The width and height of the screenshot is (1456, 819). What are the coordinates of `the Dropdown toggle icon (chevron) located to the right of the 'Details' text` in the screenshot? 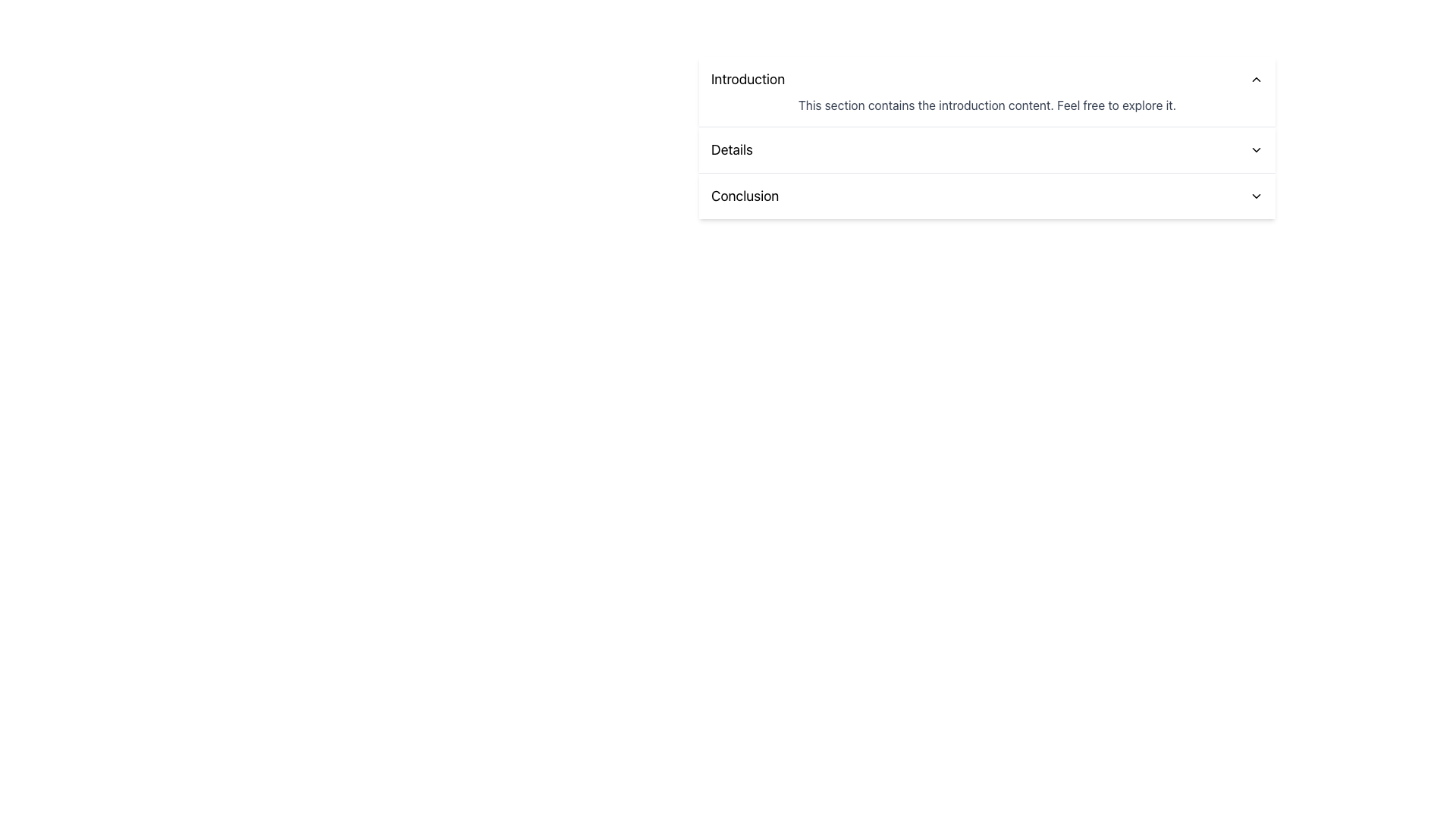 It's located at (1256, 149).